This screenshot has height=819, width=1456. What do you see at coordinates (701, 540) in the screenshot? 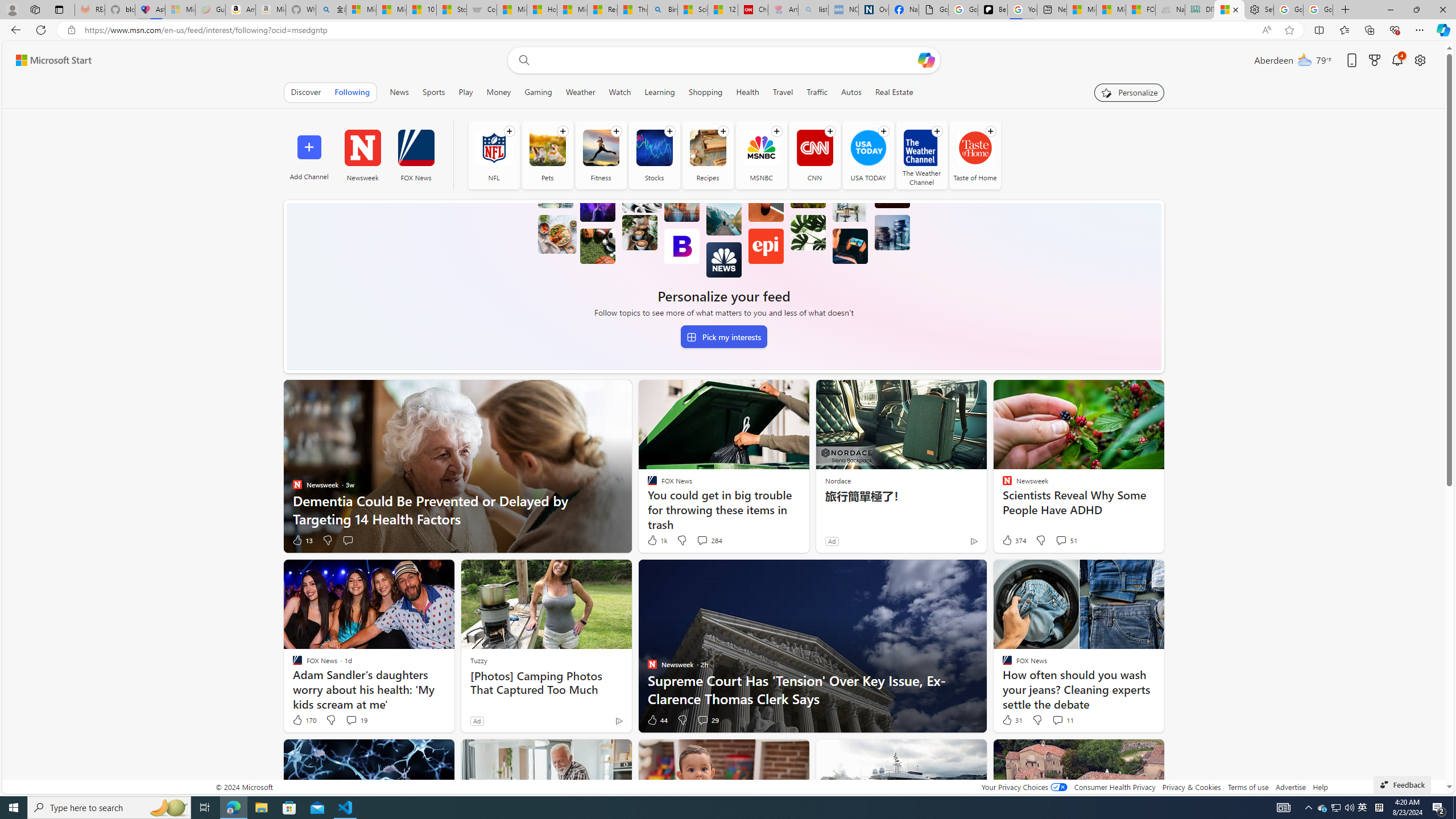
I see `'View comments 284 Comment'` at bounding box center [701, 540].